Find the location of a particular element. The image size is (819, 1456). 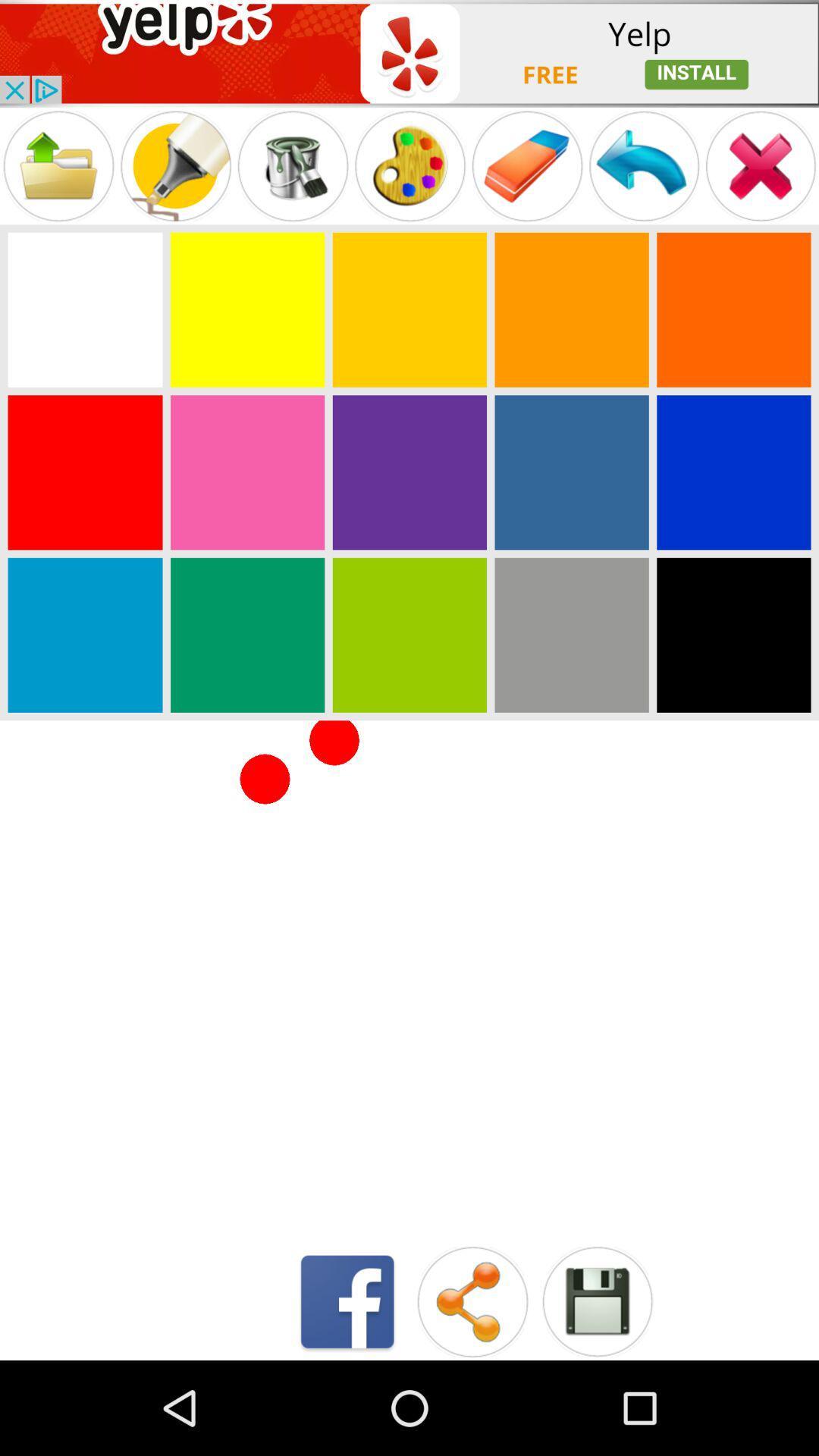

picks color is located at coordinates (246, 309).